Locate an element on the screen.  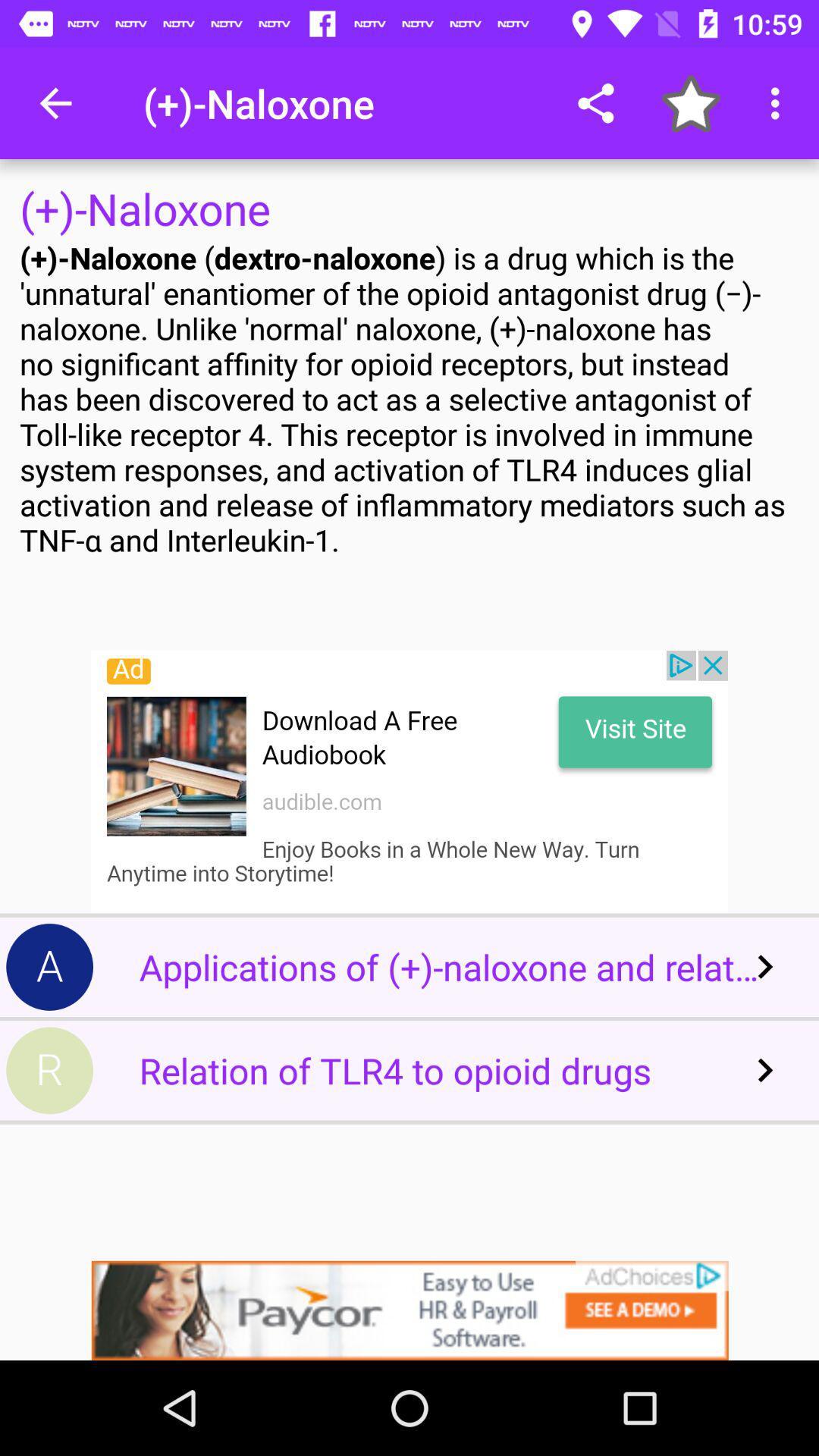
advertisement page is located at coordinates (409, 1310).